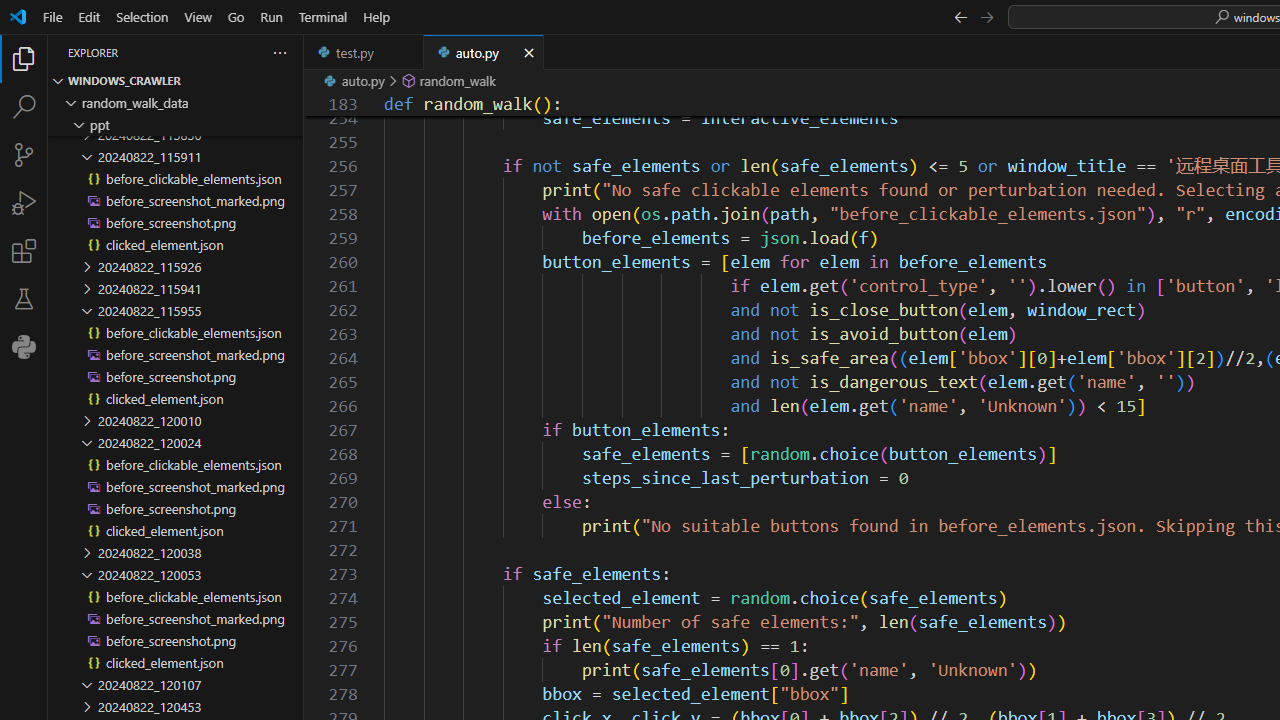 The height and width of the screenshot is (720, 1280). I want to click on 'Tab actions', so click(528, 51).